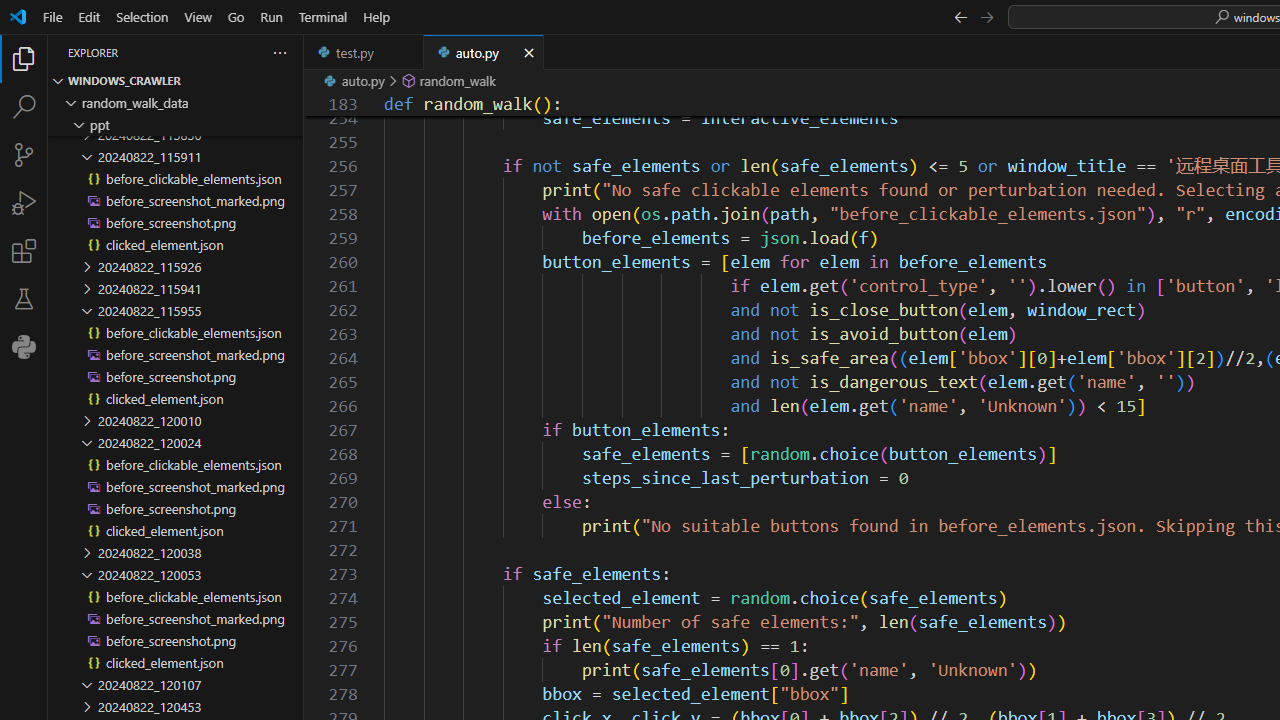 The height and width of the screenshot is (720, 1280). I want to click on 'Tab actions', so click(528, 51).